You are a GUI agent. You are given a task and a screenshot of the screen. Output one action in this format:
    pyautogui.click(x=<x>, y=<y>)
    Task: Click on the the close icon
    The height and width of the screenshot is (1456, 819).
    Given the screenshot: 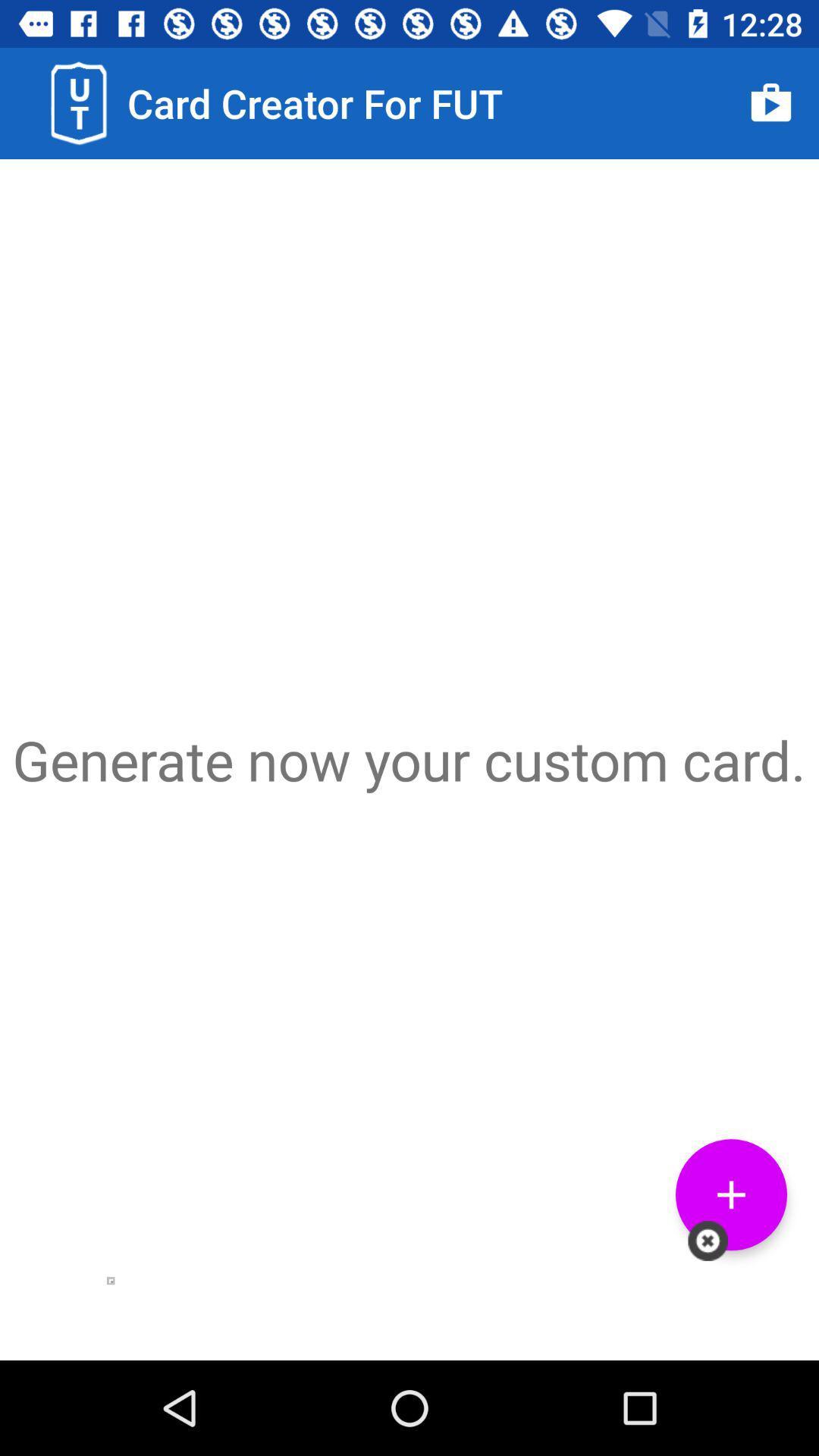 What is the action you would take?
    pyautogui.click(x=708, y=1241)
    